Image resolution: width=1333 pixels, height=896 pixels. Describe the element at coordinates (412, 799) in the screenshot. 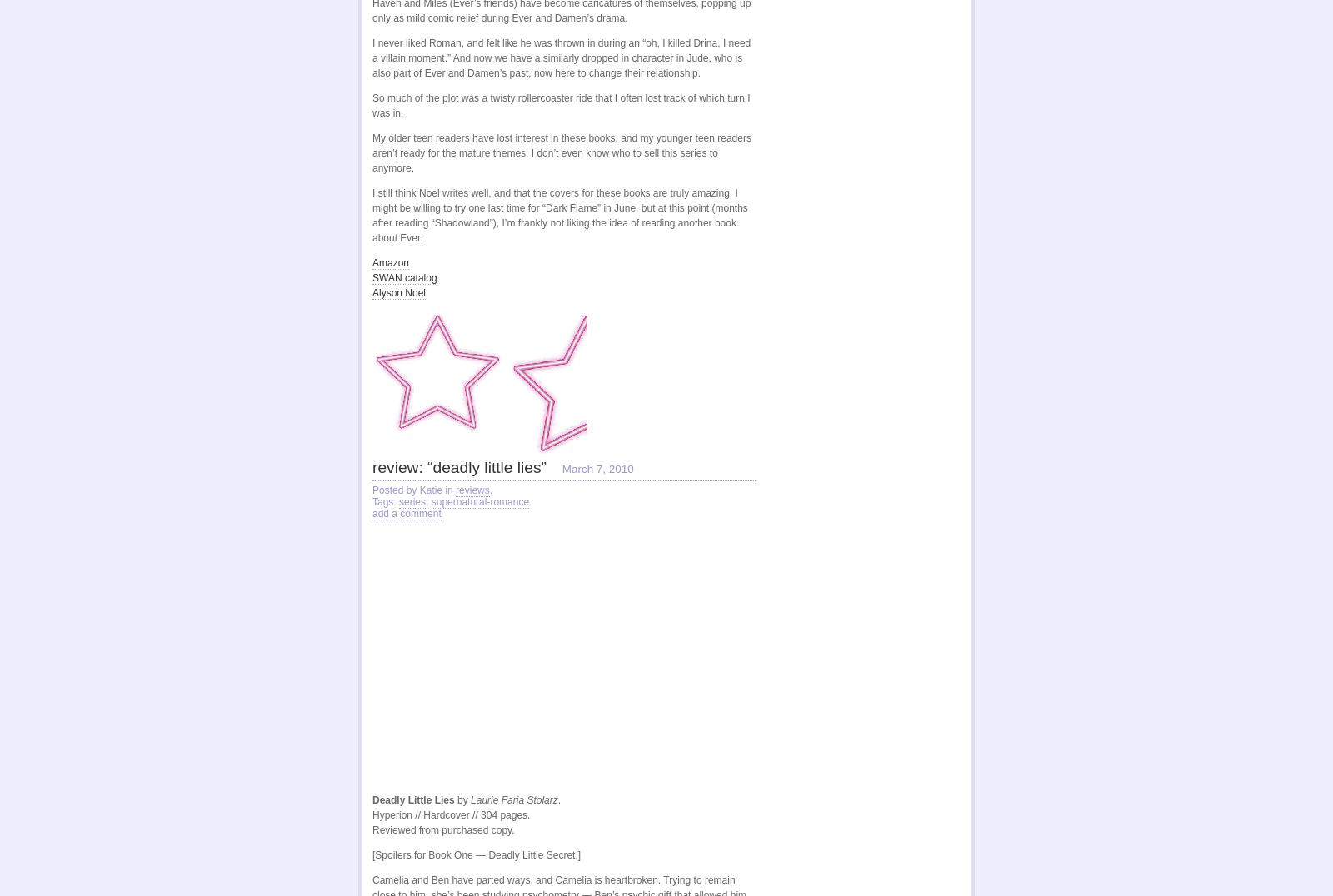

I see `'Deadly Little Lies'` at that location.